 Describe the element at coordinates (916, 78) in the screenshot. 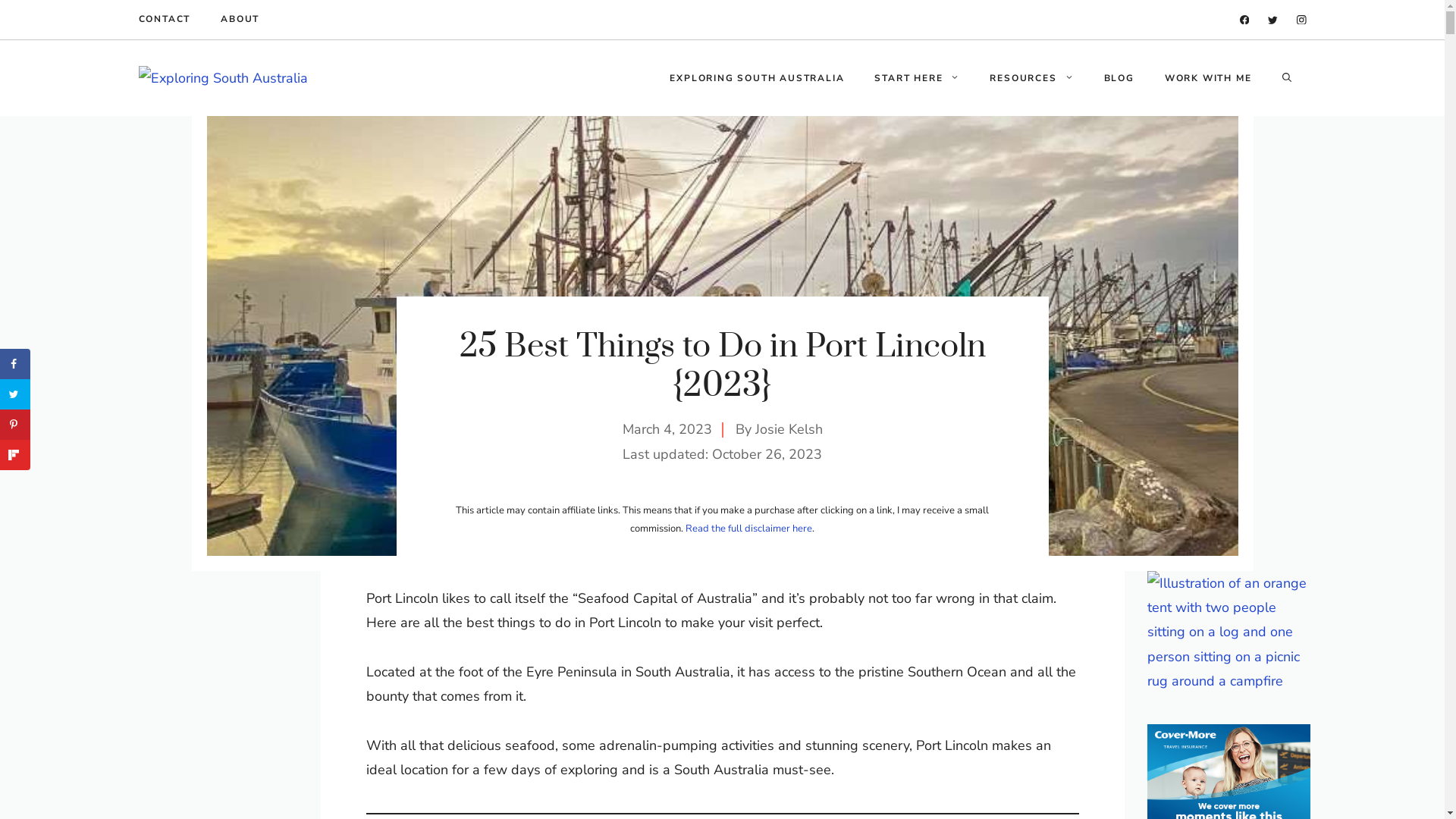

I see `'START HERE'` at that location.